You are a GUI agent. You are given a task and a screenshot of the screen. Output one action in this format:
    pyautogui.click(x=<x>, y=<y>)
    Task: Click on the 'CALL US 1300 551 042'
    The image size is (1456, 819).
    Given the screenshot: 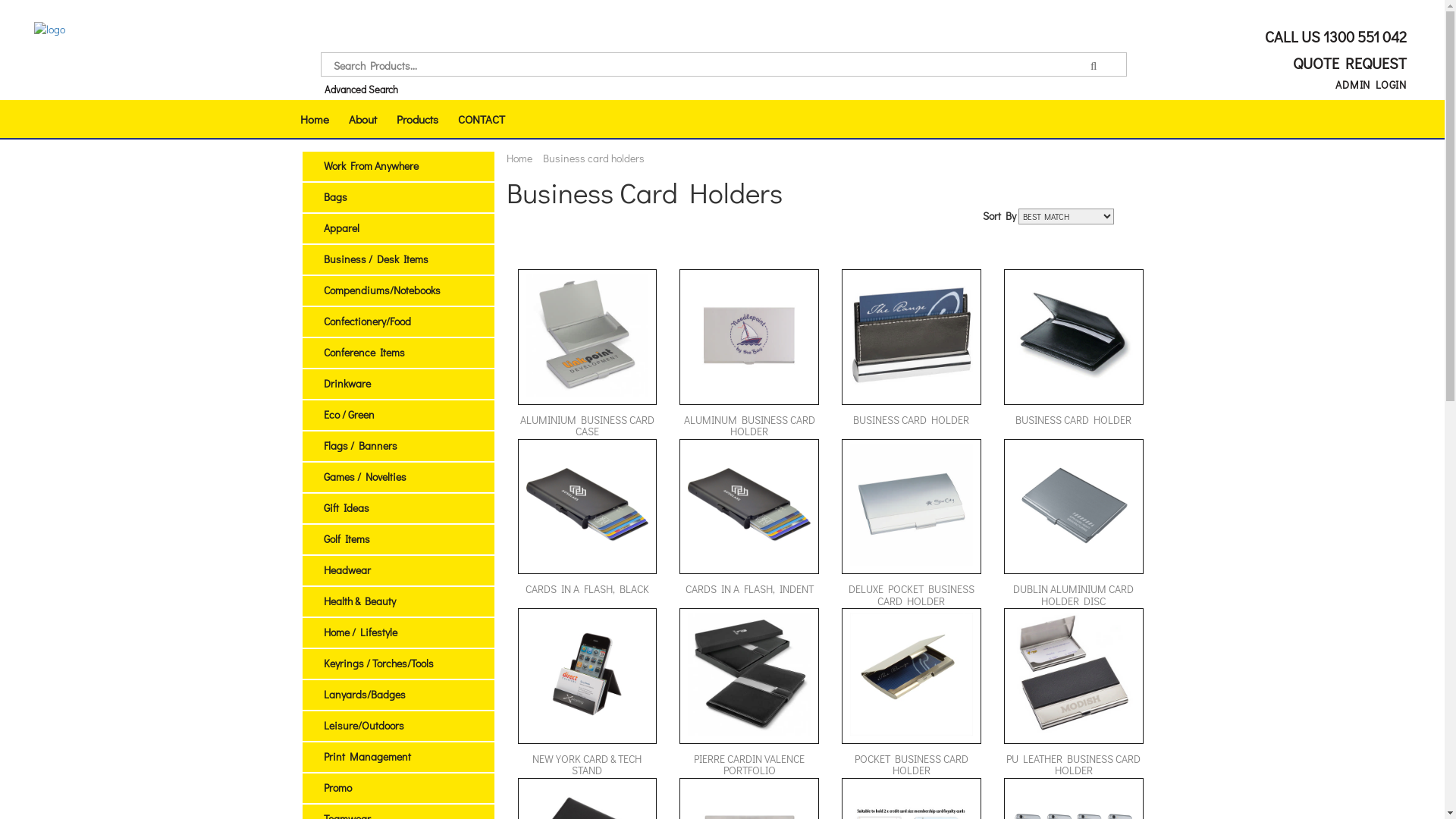 What is the action you would take?
    pyautogui.click(x=1332, y=35)
    